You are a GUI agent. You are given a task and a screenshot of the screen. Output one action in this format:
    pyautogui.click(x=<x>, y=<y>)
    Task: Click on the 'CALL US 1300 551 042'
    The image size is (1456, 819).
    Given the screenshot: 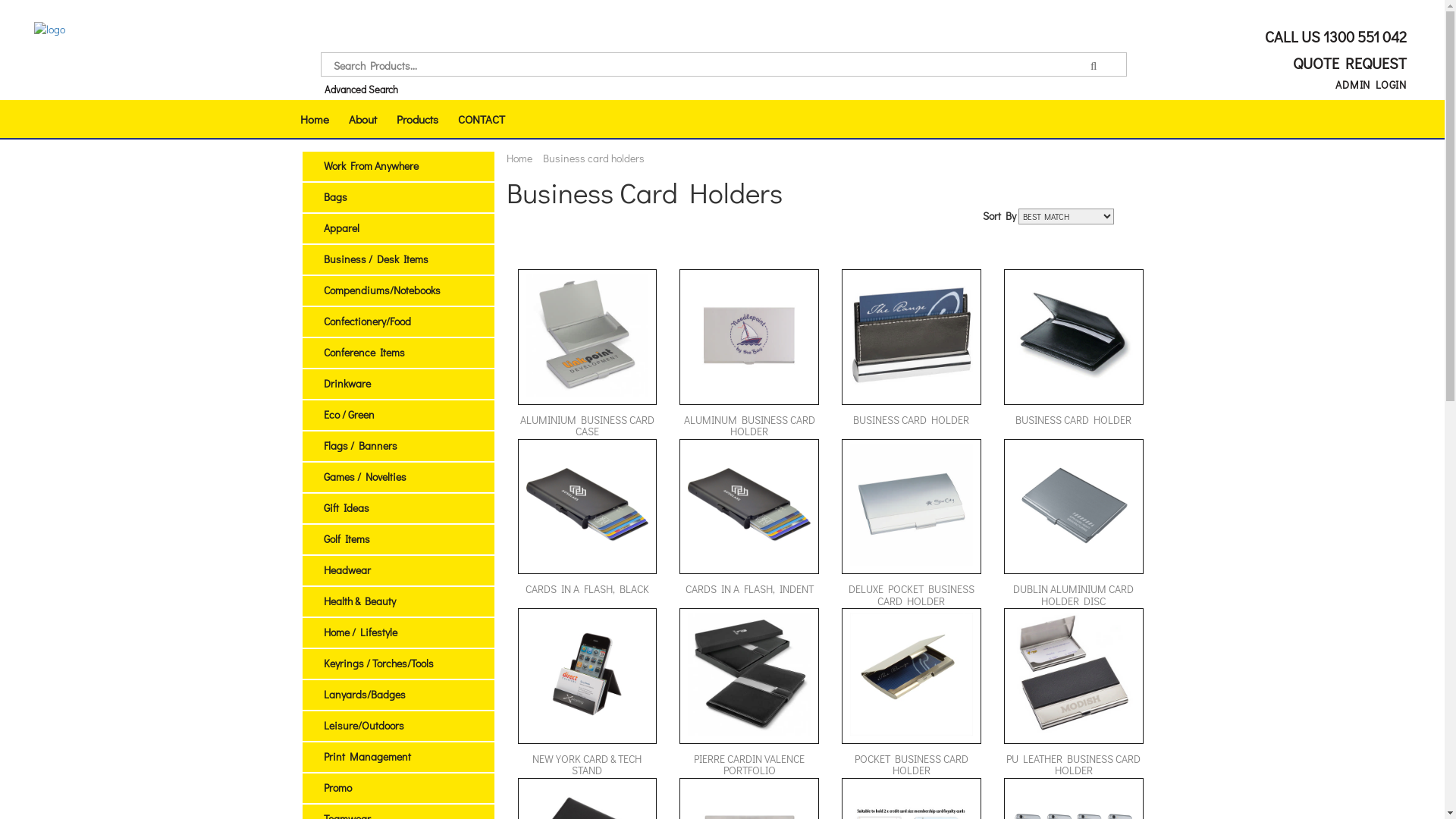 What is the action you would take?
    pyautogui.click(x=1332, y=35)
    